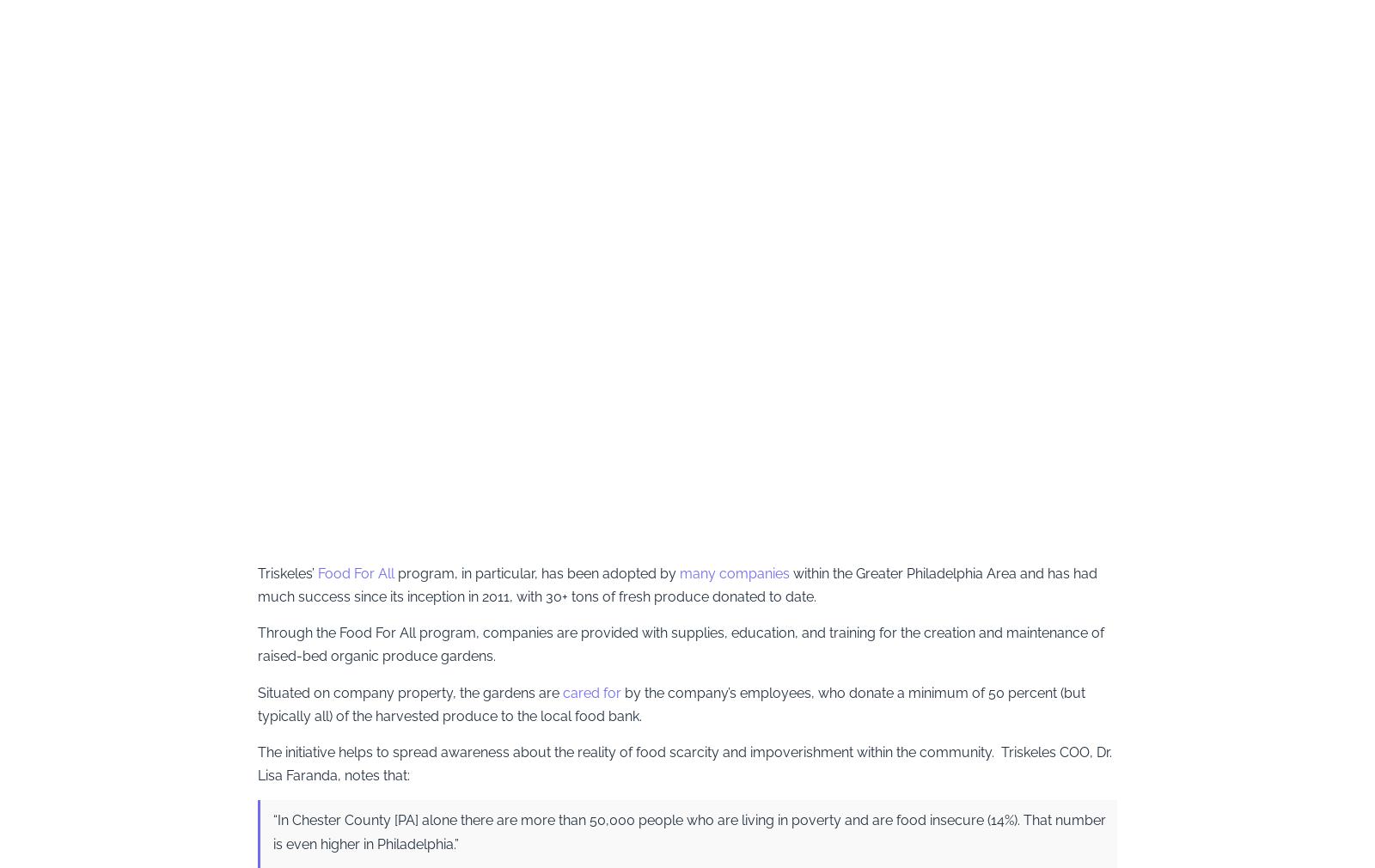 Image resolution: width=1375 pixels, height=868 pixels. What do you see at coordinates (536, 572) in the screenshot?
I see `'program, in particular, has been adopted by'` at bounding box center [536, 572].